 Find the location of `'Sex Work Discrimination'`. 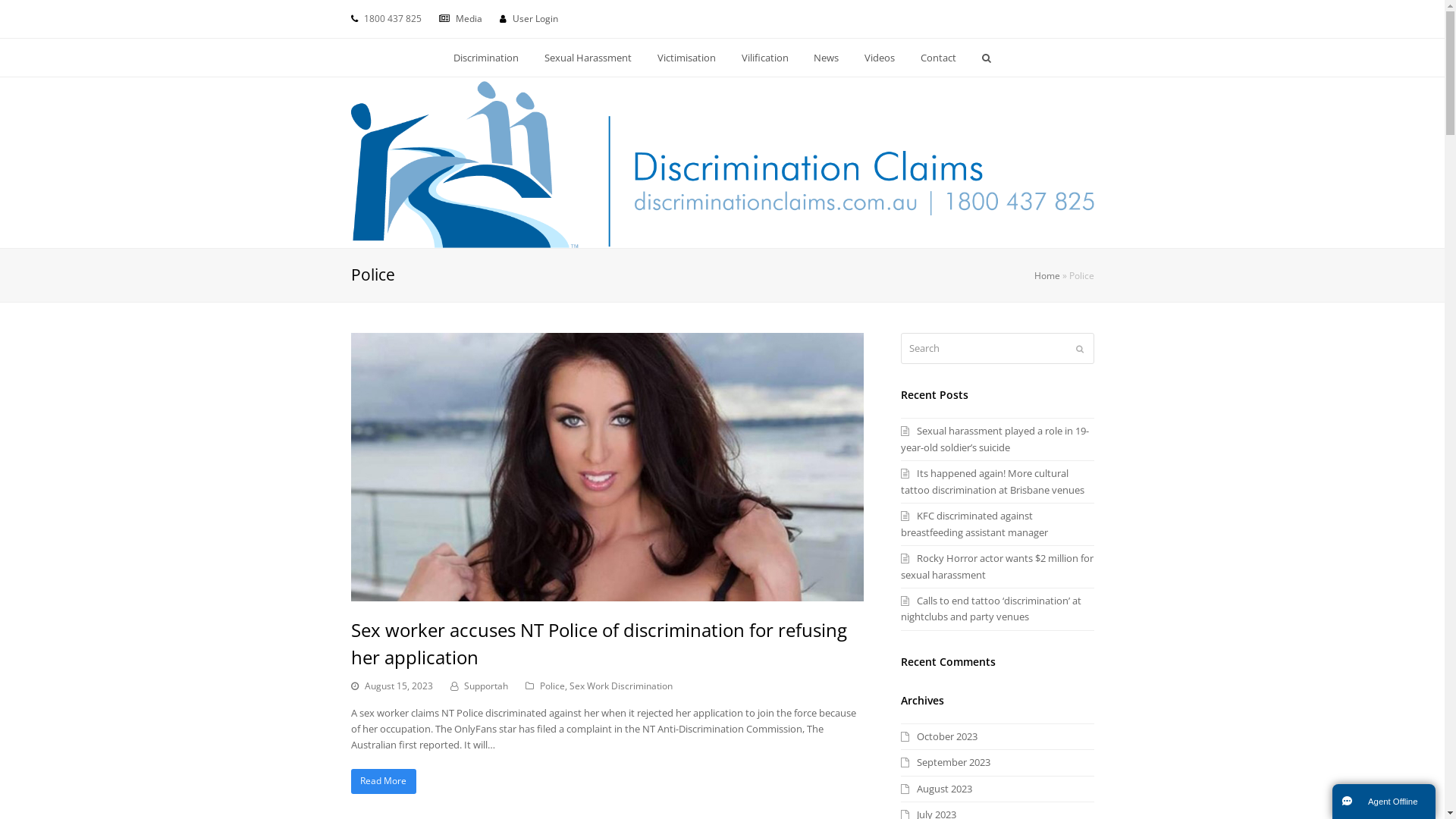

'Sex Work Discrimination' is located at coordinates (567, 686).